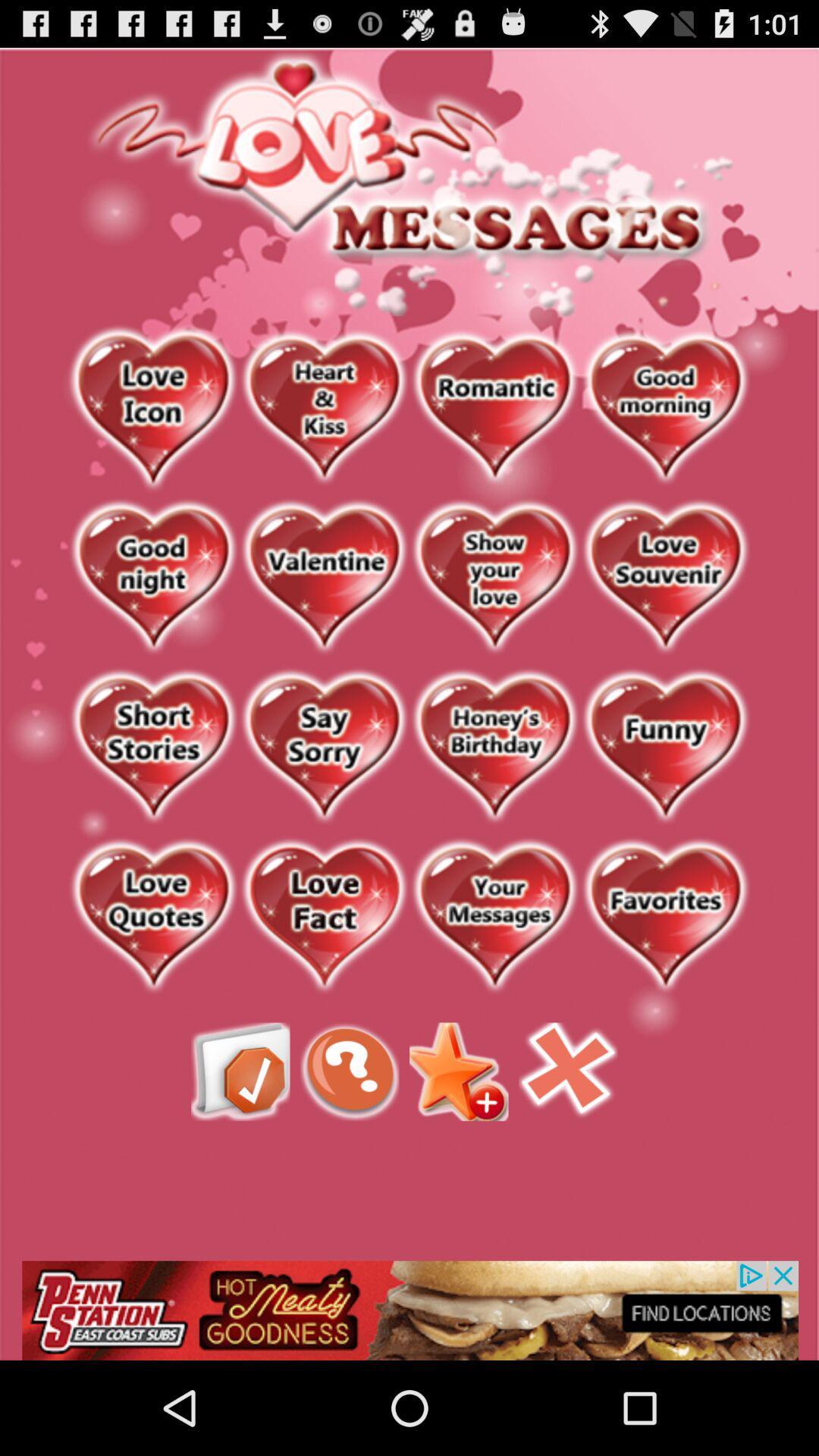 The height and width of the screenshot is (1456, 819). I want to click on sends a valentine message, so click(323, 577).